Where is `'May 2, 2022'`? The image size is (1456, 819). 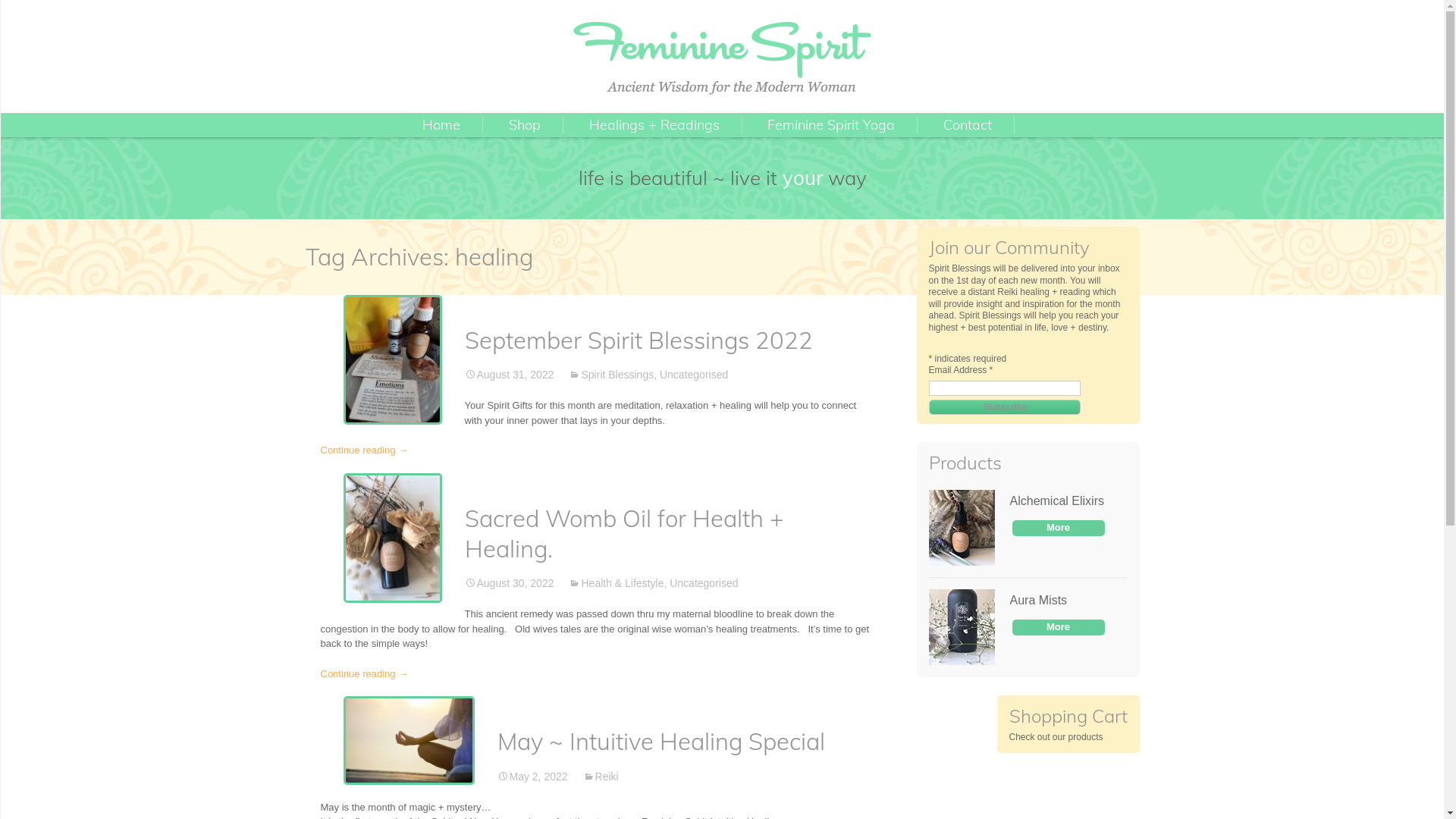 'May 2, 2022' is located at coordinates (532, 776).